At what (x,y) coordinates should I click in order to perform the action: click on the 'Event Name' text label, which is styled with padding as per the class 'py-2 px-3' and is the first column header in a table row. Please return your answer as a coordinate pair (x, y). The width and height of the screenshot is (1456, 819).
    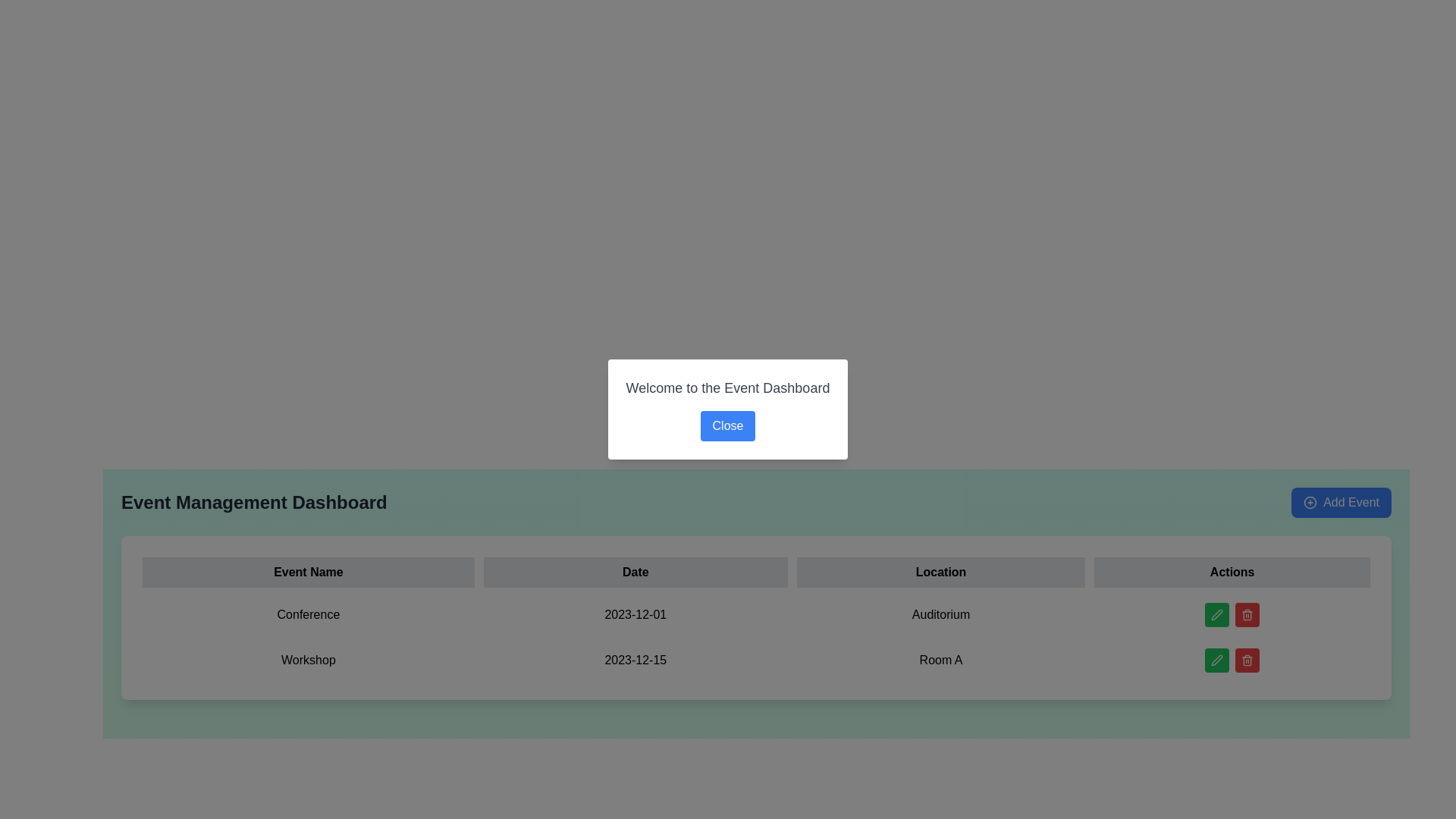
    Looking at the image, I should click on (307, 573).